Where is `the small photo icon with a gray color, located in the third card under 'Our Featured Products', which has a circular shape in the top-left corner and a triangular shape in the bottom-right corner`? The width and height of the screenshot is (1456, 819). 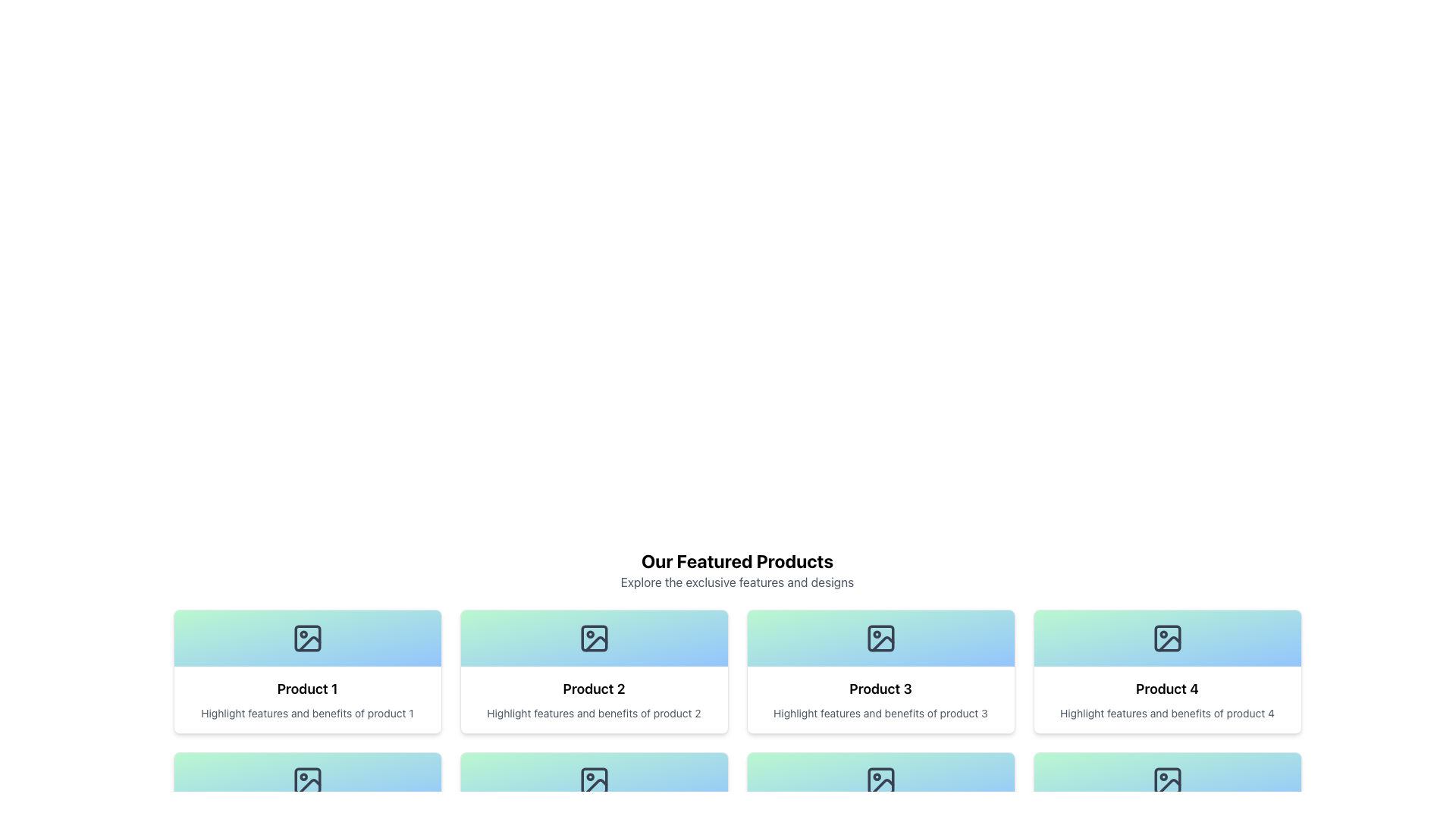 the small photo icon with a gray color, located in the third card under 'Our Featured Products', which has a circular shape in the top-left corner and a triangular shape in the bottom-right corner is located at coordinates (880, 638).